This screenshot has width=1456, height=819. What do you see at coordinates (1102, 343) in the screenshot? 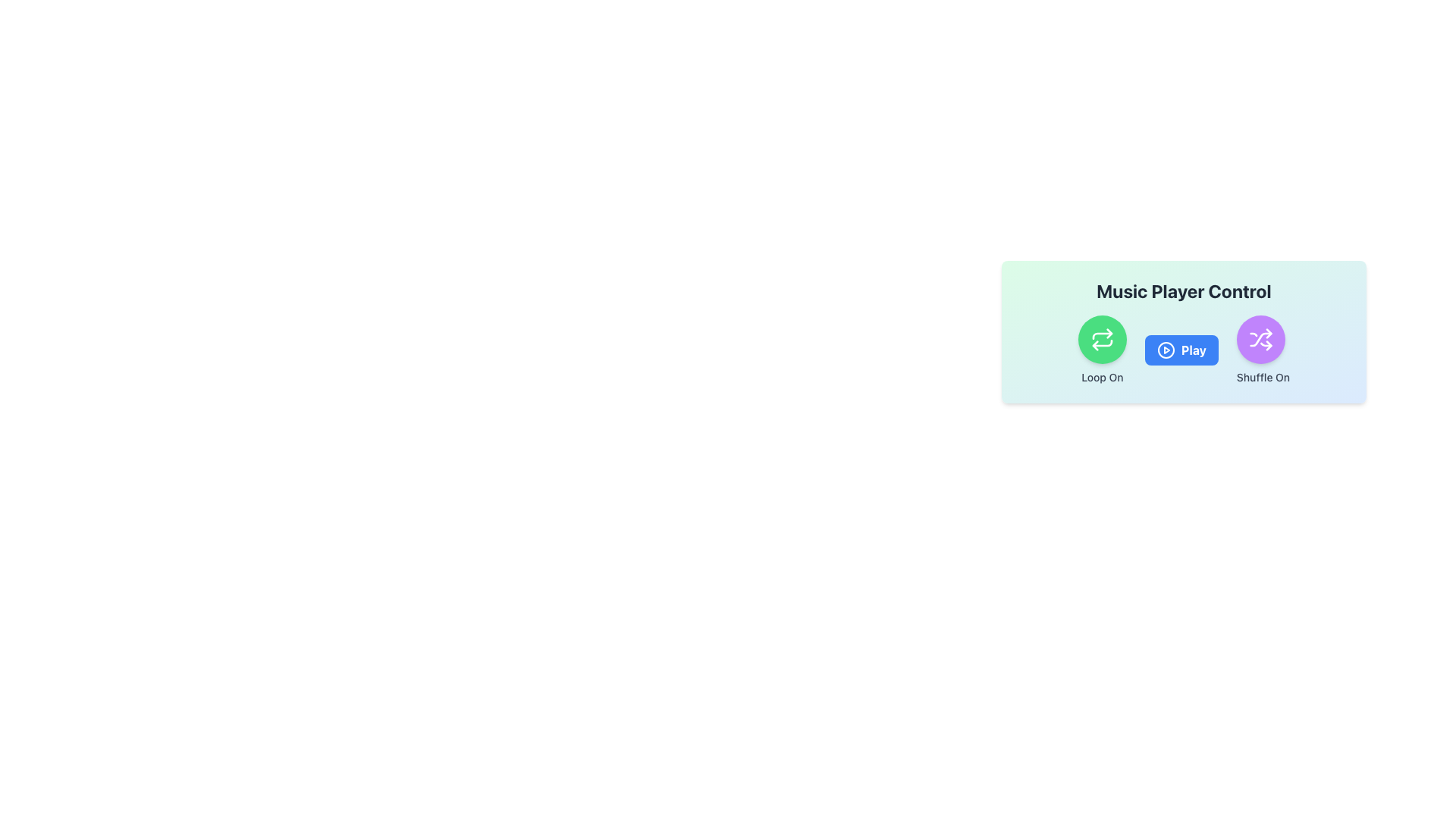
I see `the 'repeat or loop functionality icon' element located on the left side of the music player control panel` at bounding box center [1102, 343].